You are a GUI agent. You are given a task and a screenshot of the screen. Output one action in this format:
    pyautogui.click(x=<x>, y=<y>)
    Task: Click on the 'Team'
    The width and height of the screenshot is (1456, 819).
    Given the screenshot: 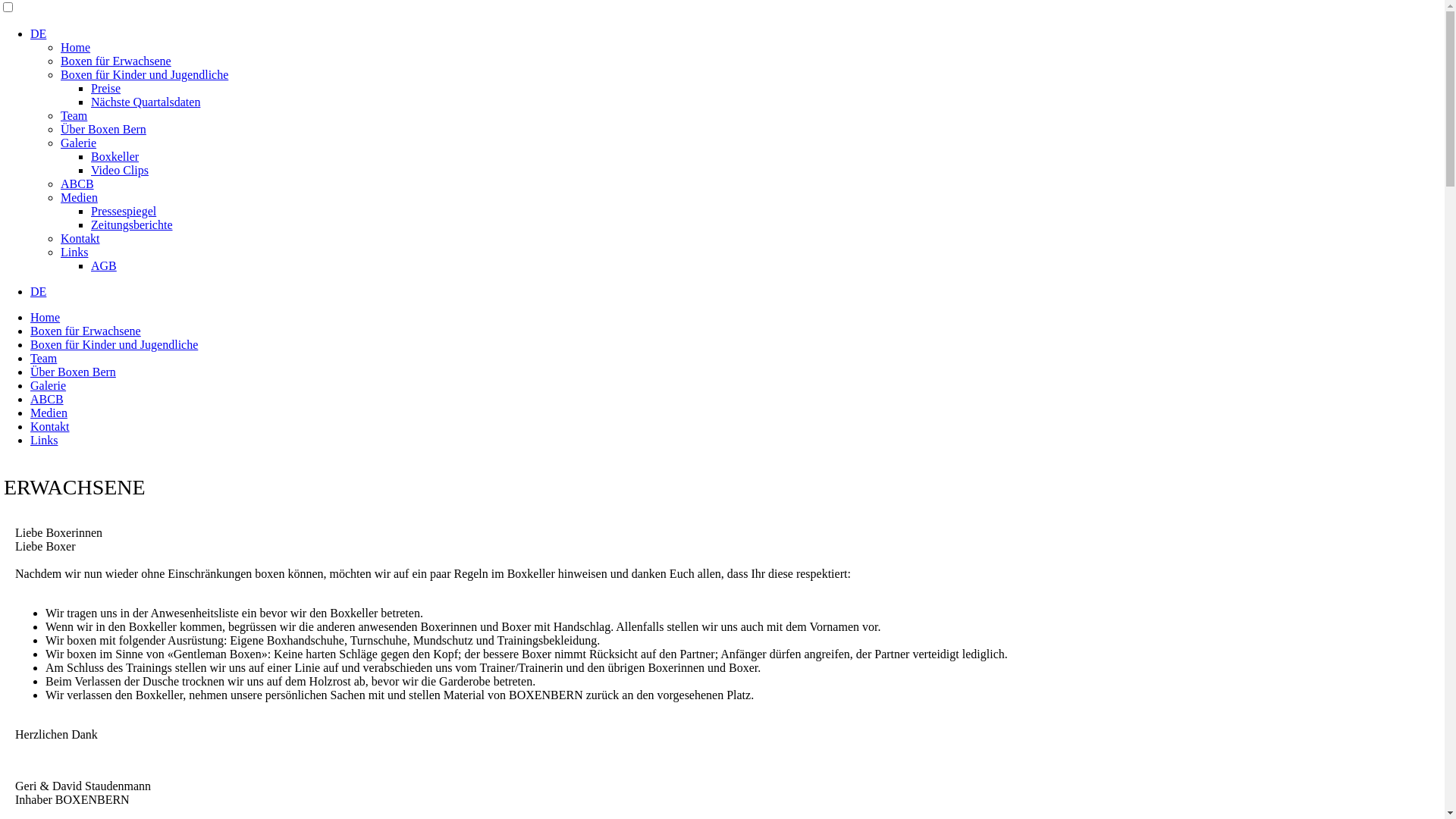 What is the action you would take?
    pyautogui.click(x=73, y=115)
    